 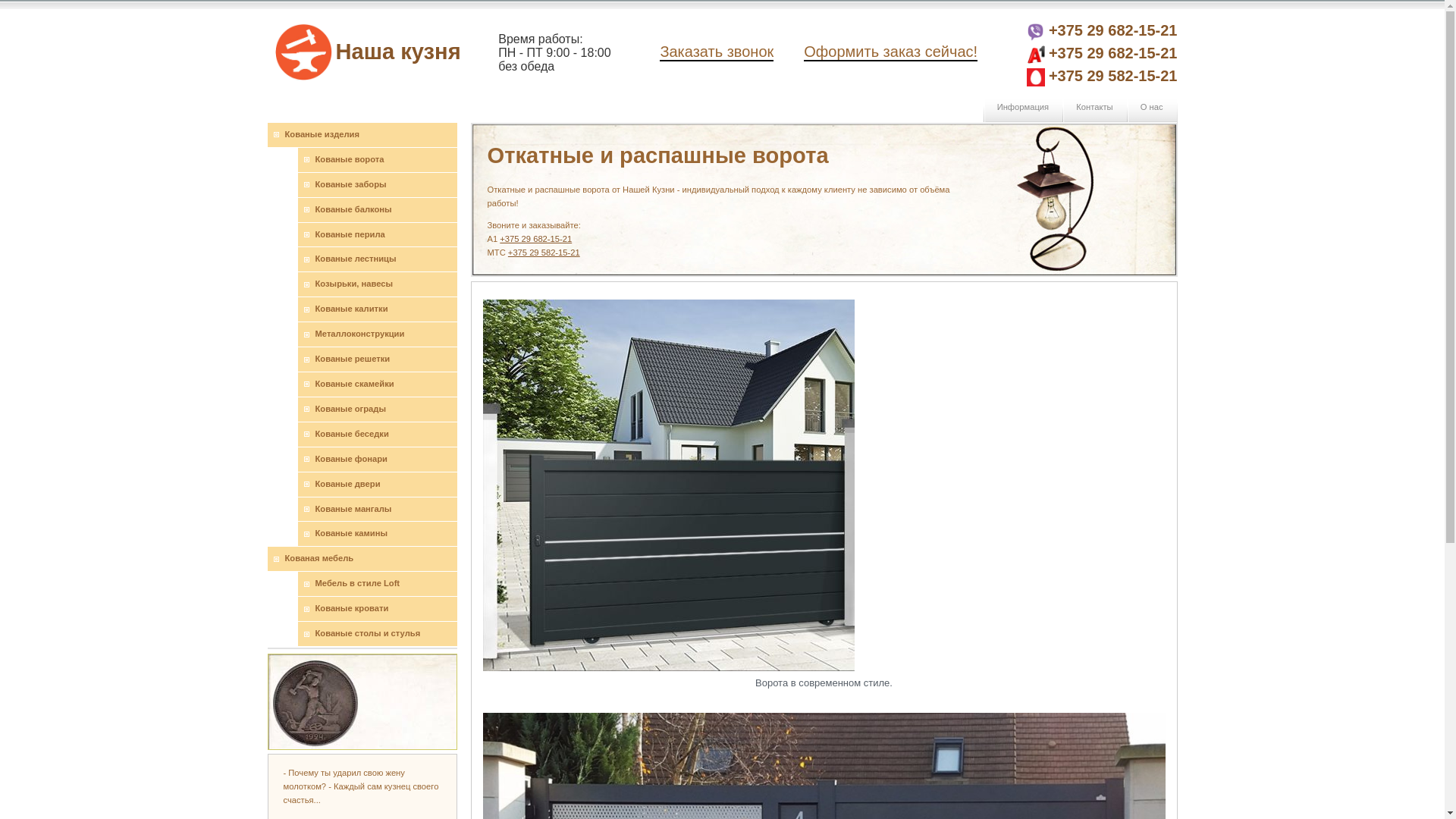 I want to click on '+375 29 682-15-21', so click(x=535, y=239).